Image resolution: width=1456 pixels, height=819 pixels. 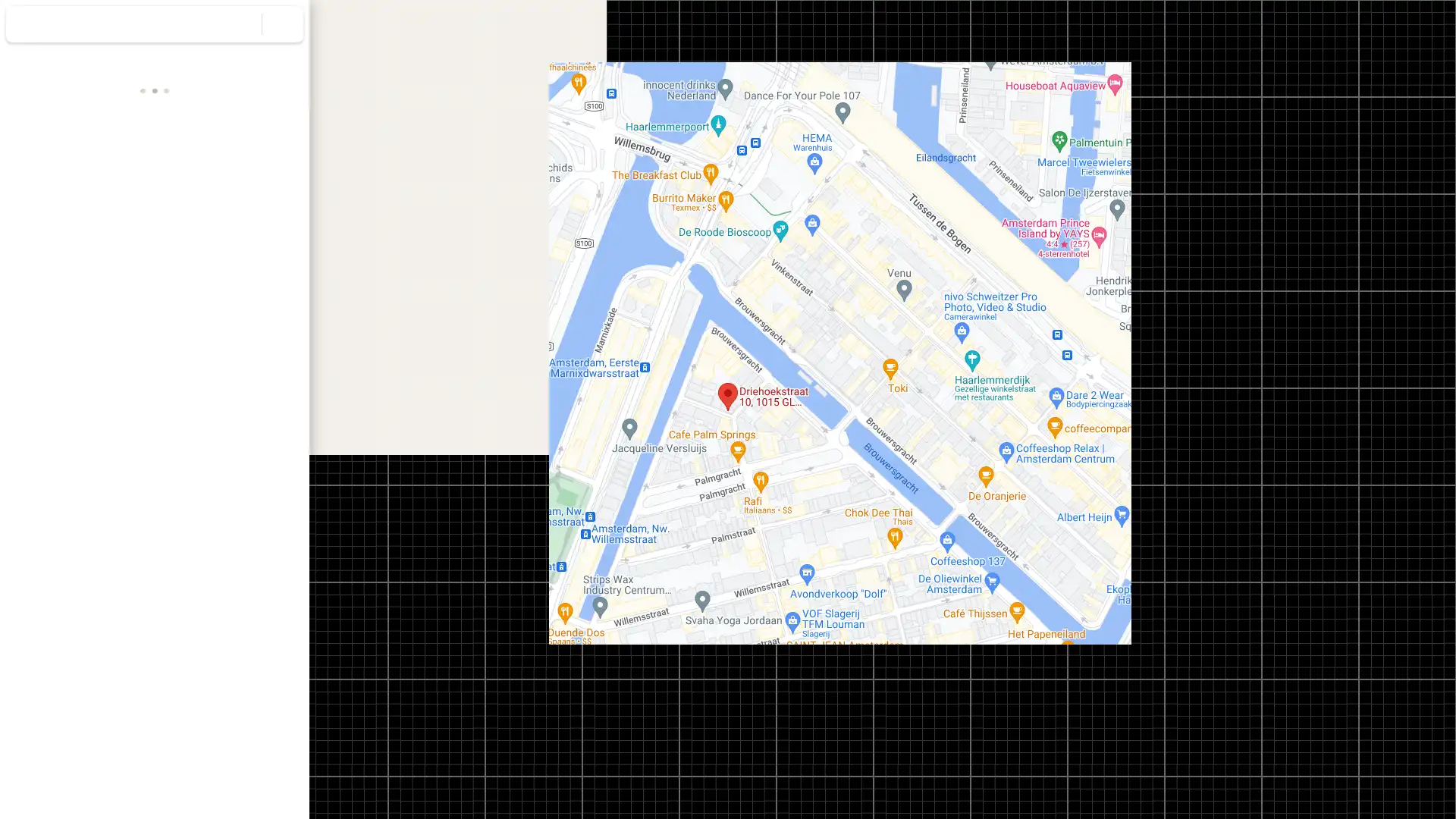 What do you see at coordinates (240, 24) in the screenshot?
I see `Zoeken` at bounding box center [240, 24].